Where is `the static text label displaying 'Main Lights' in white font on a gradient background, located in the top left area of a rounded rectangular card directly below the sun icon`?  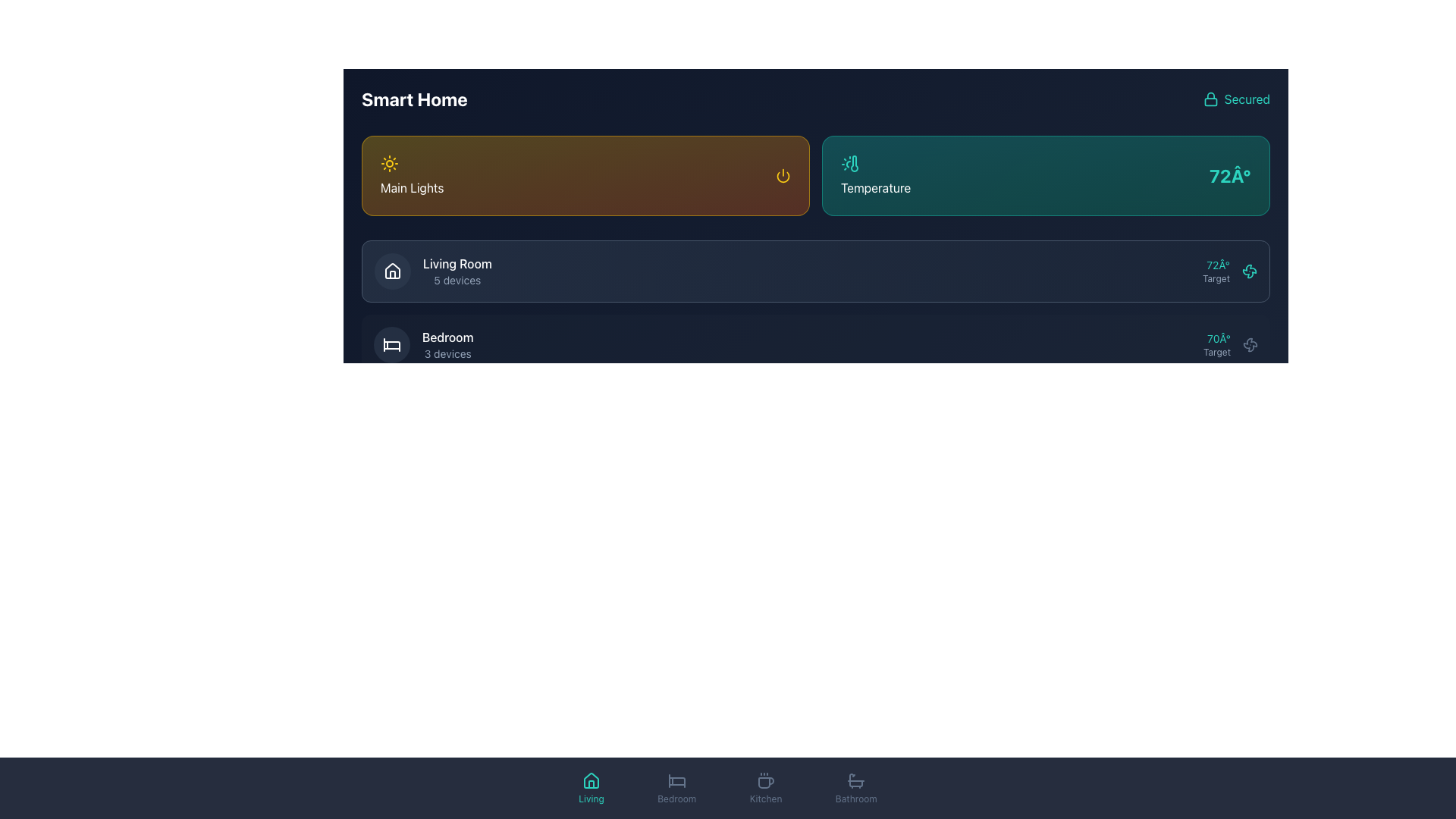
the static text label displaying 'Main Lights' in white font on a gradient background, located in the top left area of a rounded rectangular card directly below the sun icon is located at coordinates (412, 187).